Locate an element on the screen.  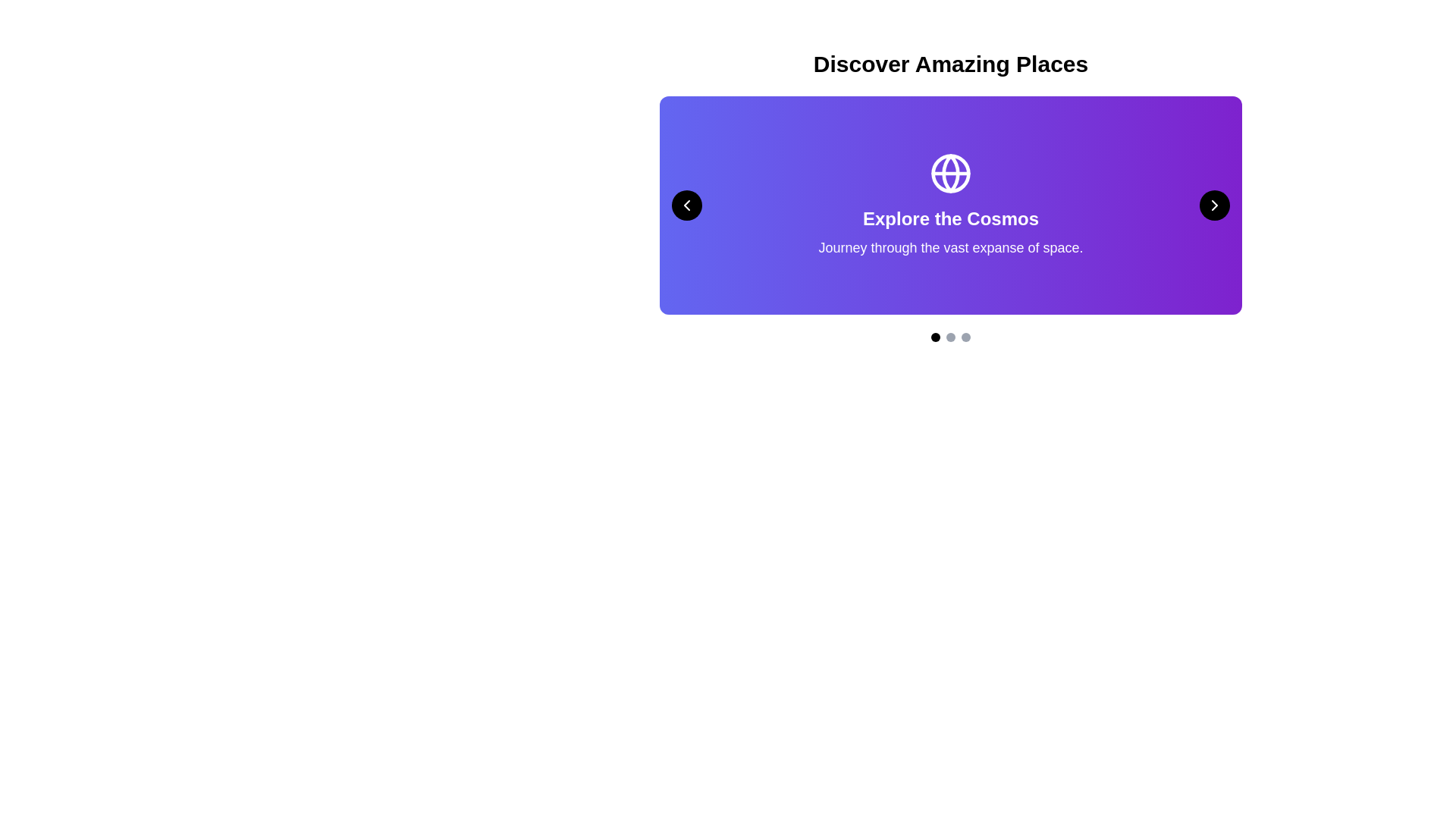
the decorative globe icon located at the upper center of the card with a purple gradient background, which is positioned above the text 'Explore the Cosmos' is located at coordinates (949, 172).